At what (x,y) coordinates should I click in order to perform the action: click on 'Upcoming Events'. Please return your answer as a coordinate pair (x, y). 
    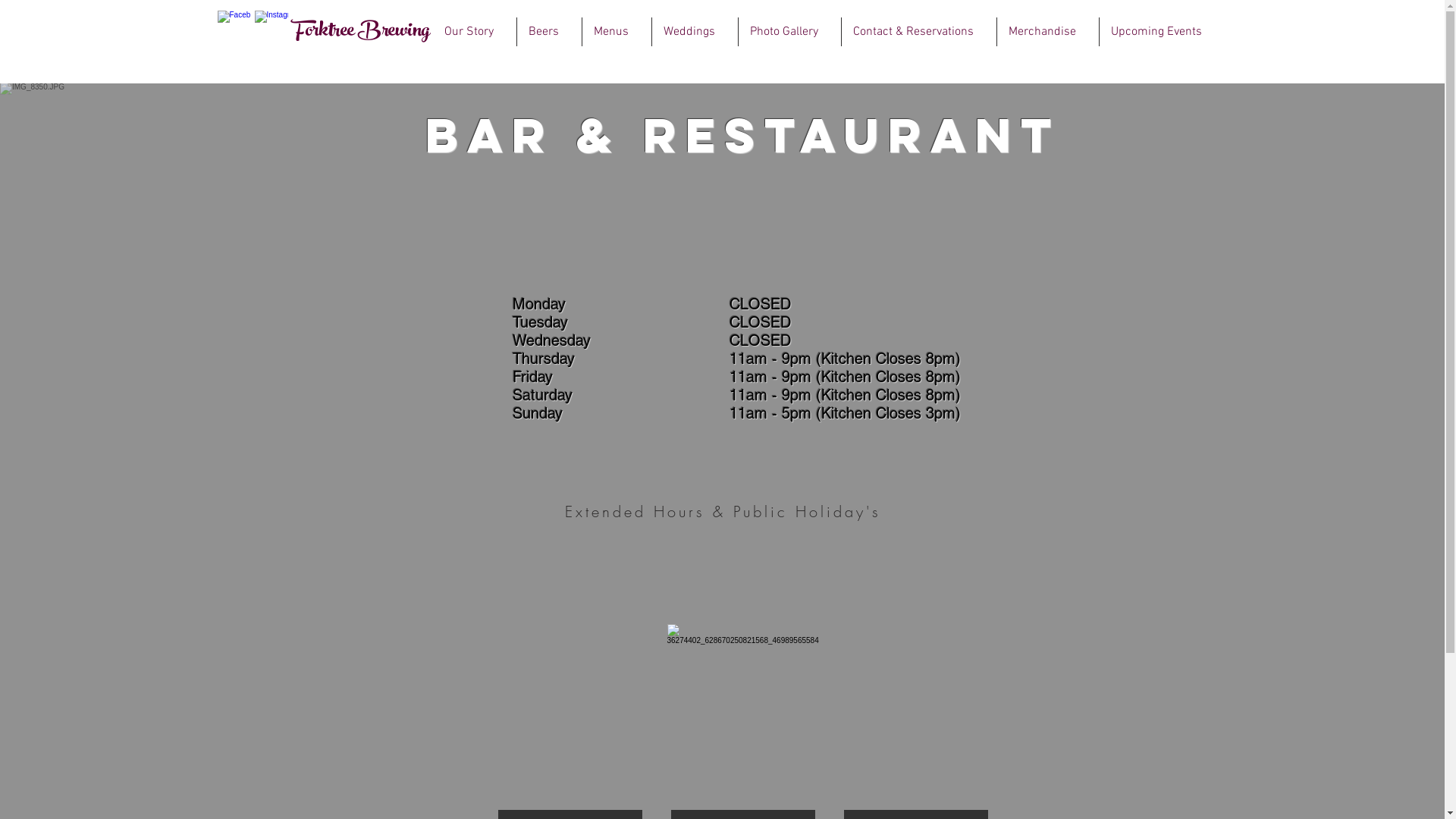
    Looking at the image, I should click on (1099, 32).